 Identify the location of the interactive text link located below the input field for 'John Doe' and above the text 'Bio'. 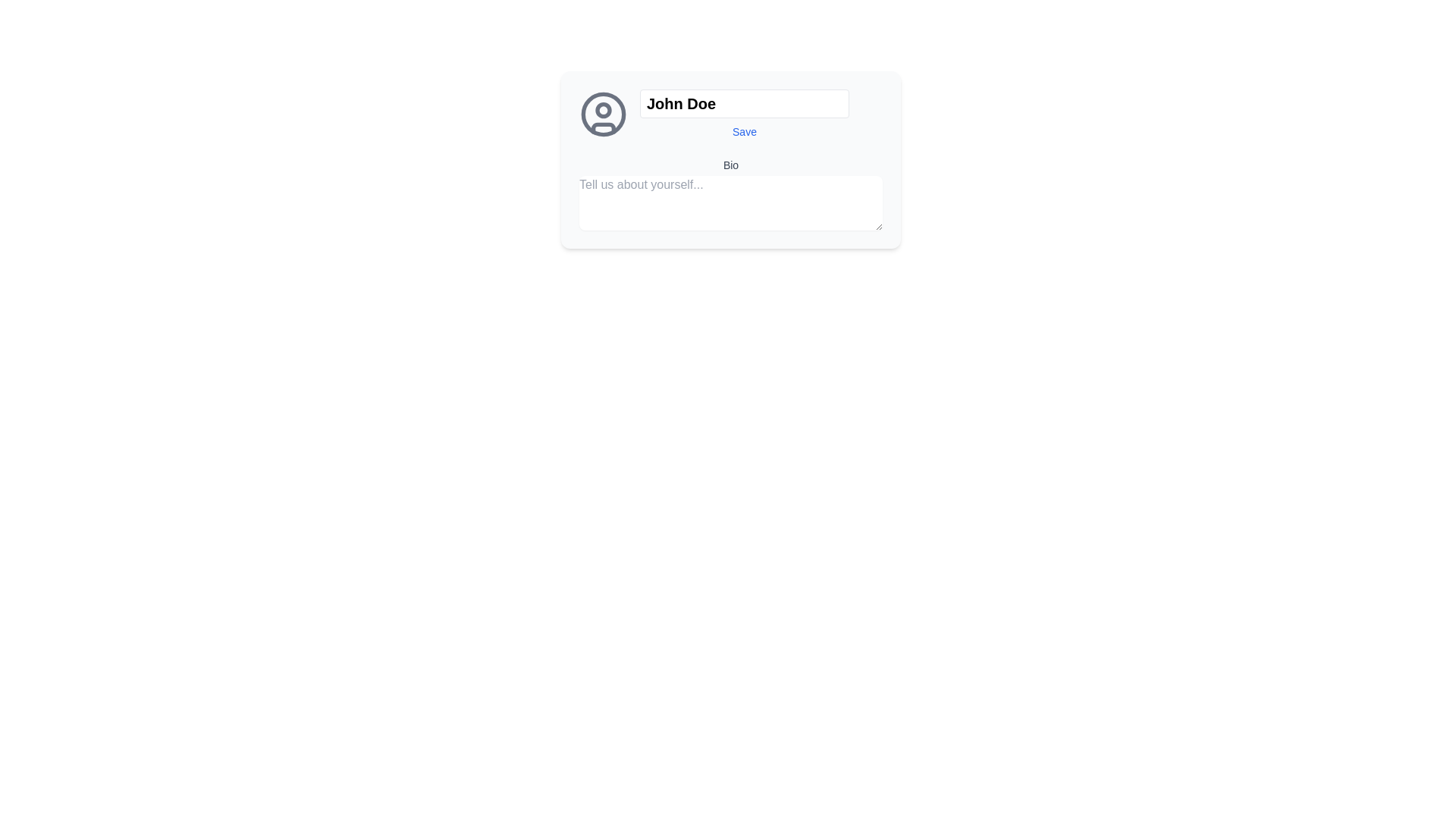
(745, 130).